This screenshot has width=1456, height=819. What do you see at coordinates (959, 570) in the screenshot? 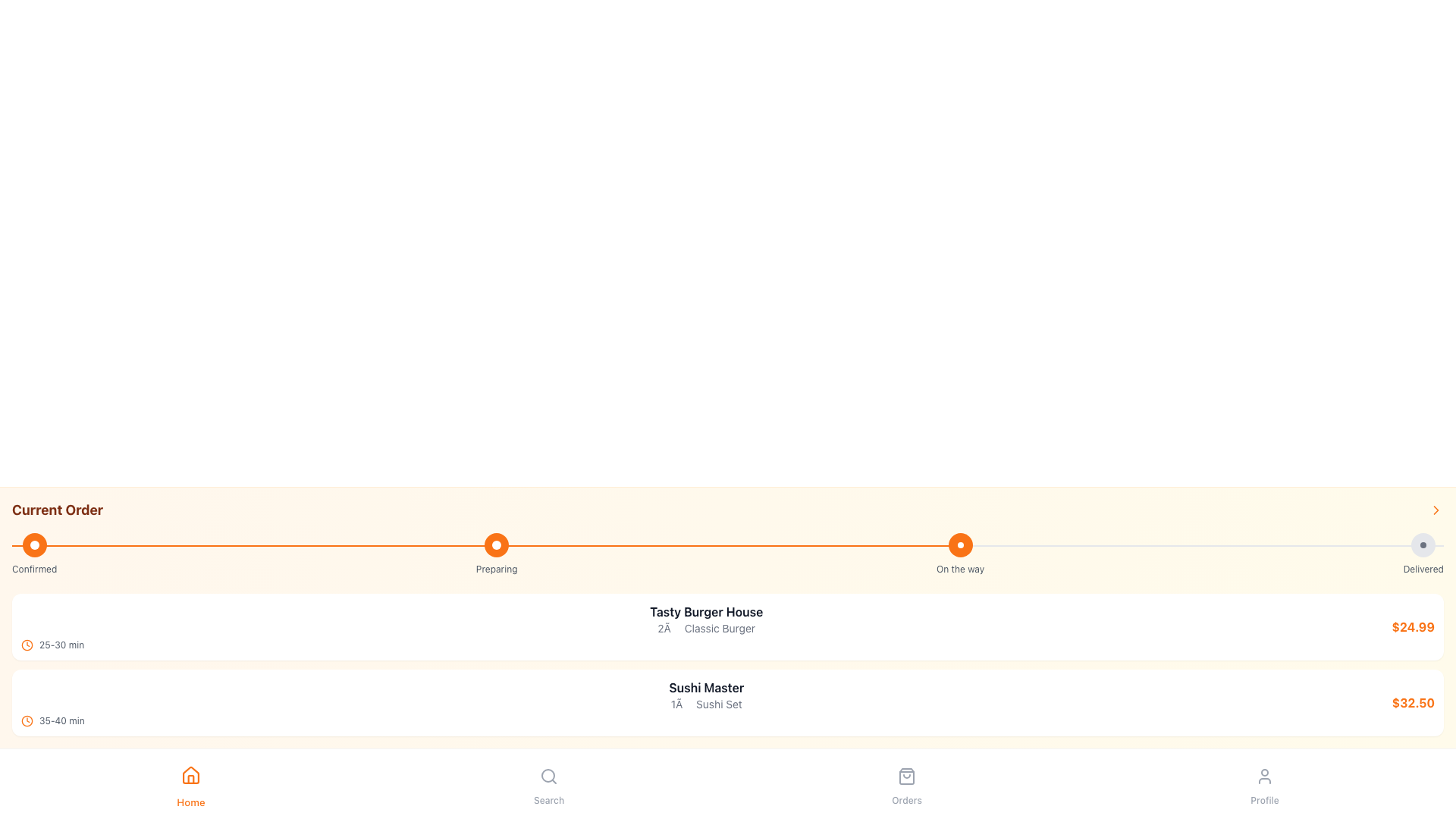
I see `the static text label displaying the status 'On the way' which indicates the current stage of a delivery order` at bounding box center [959, 570].